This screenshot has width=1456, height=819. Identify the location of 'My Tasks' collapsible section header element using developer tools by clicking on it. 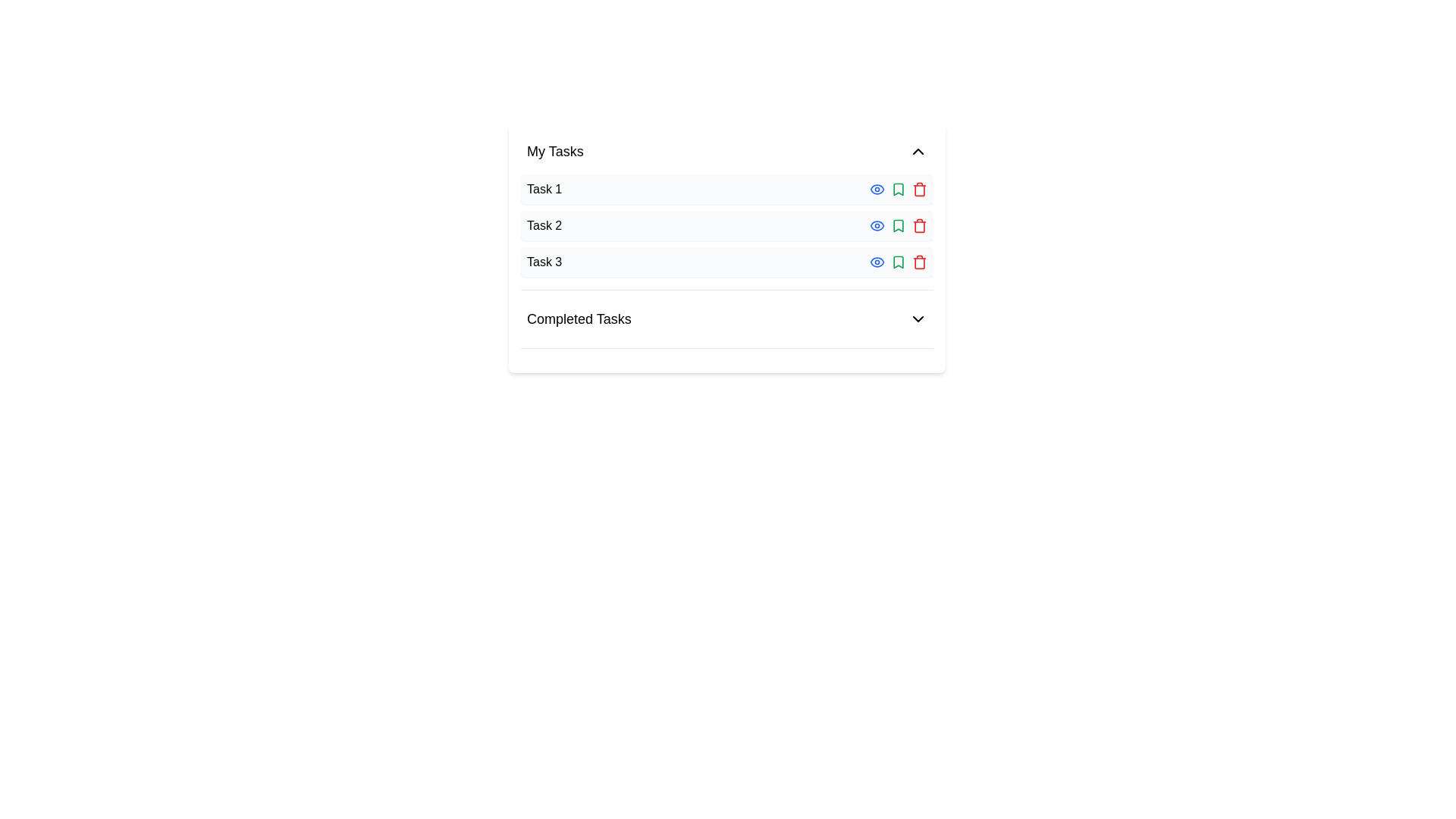
(726, 152).